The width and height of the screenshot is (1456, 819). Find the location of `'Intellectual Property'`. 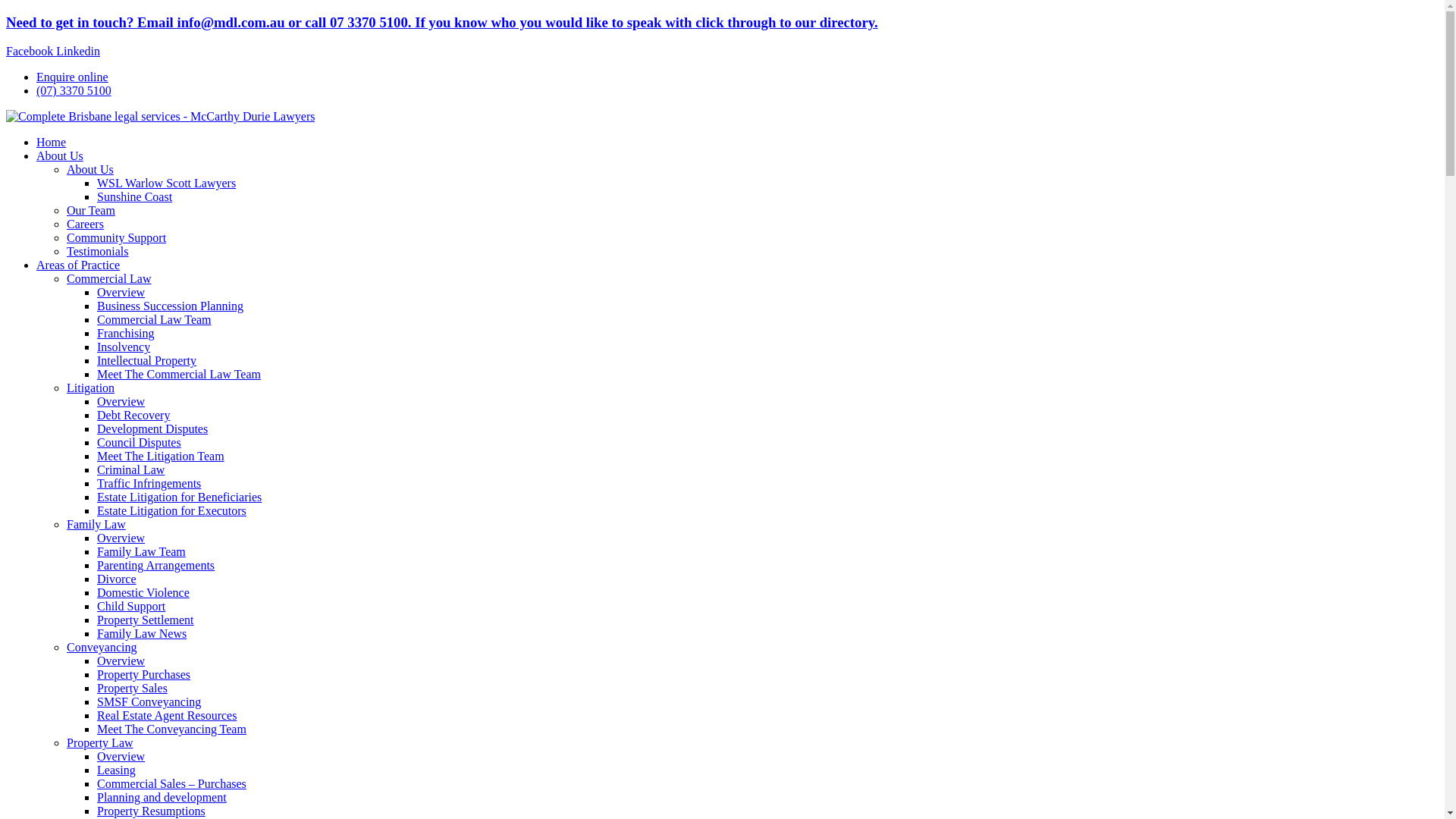

'Intellectual Property' is located at coordinates (96, 360).